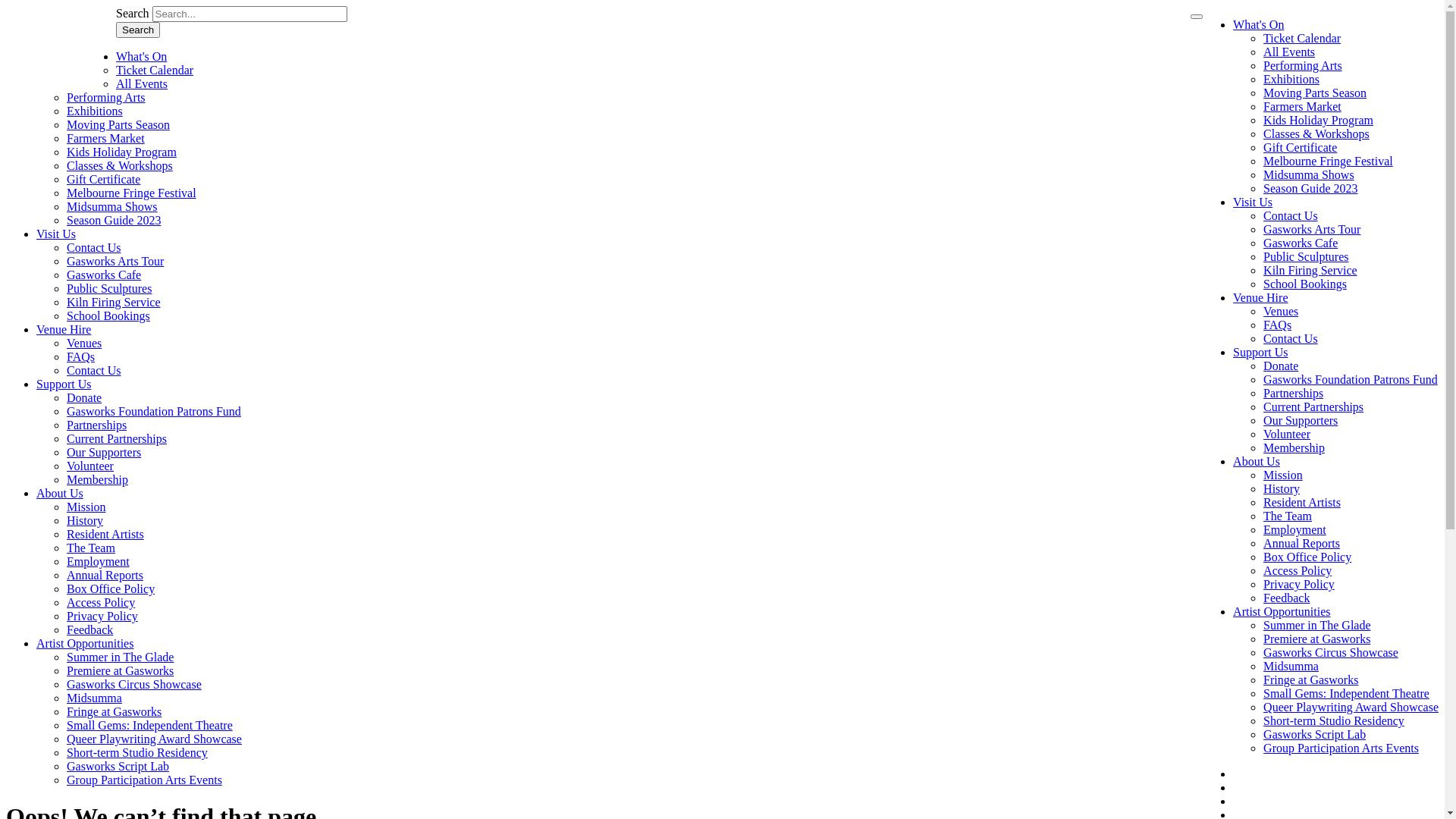  Describe the element at coordinates (103, 451) in the screenshot. I see `'Our Supporters'` at that location.